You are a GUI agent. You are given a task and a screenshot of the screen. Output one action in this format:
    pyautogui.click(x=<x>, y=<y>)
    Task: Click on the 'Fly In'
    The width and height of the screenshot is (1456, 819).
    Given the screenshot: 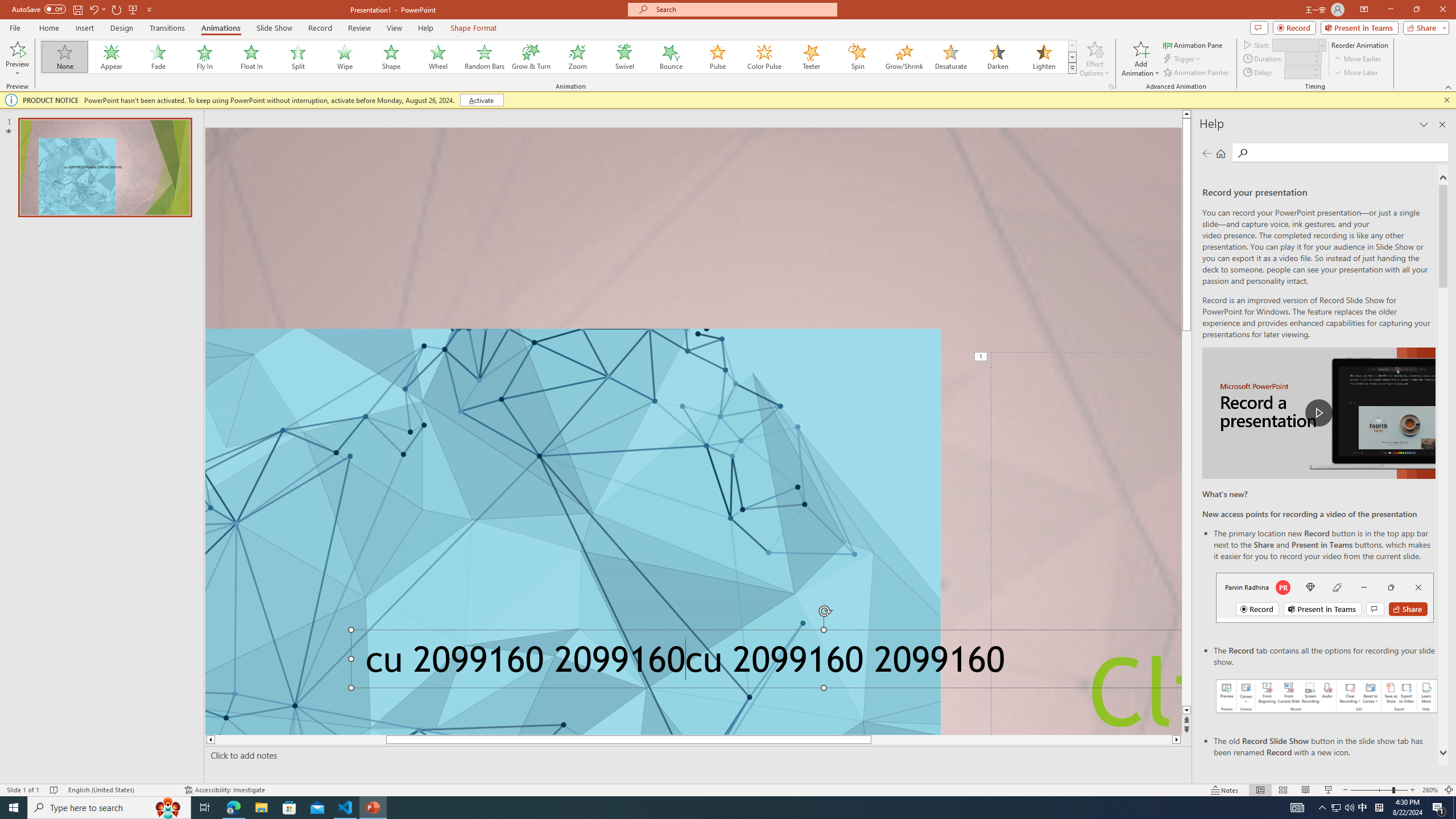 What is the action you would take?
    pyautogui.click(x=204, y=56)
    